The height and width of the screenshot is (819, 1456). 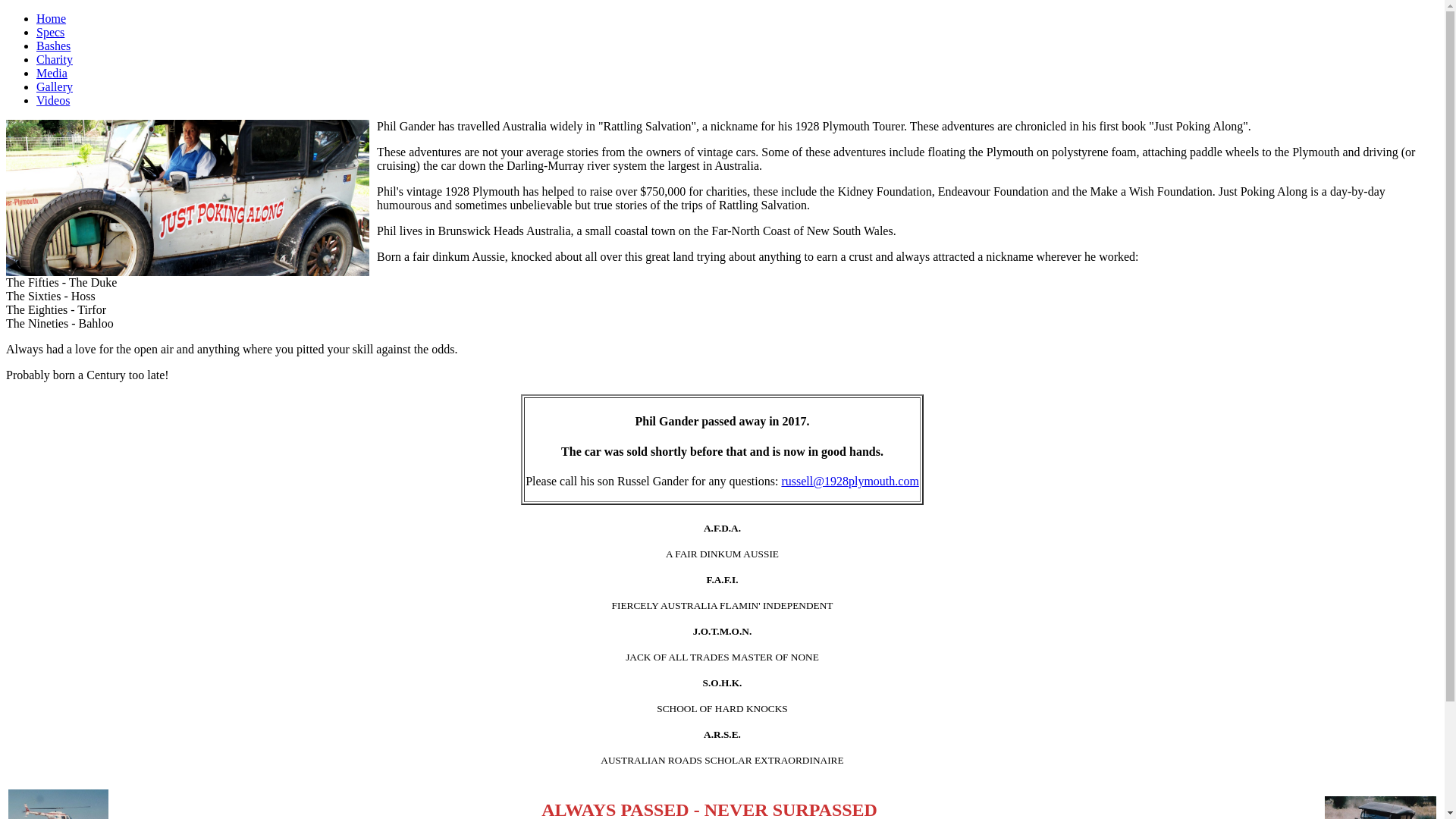 What do you see at coordinates (55, 58) in the screenshot?
I see `'Charity'` at bounding box center [55, 58].